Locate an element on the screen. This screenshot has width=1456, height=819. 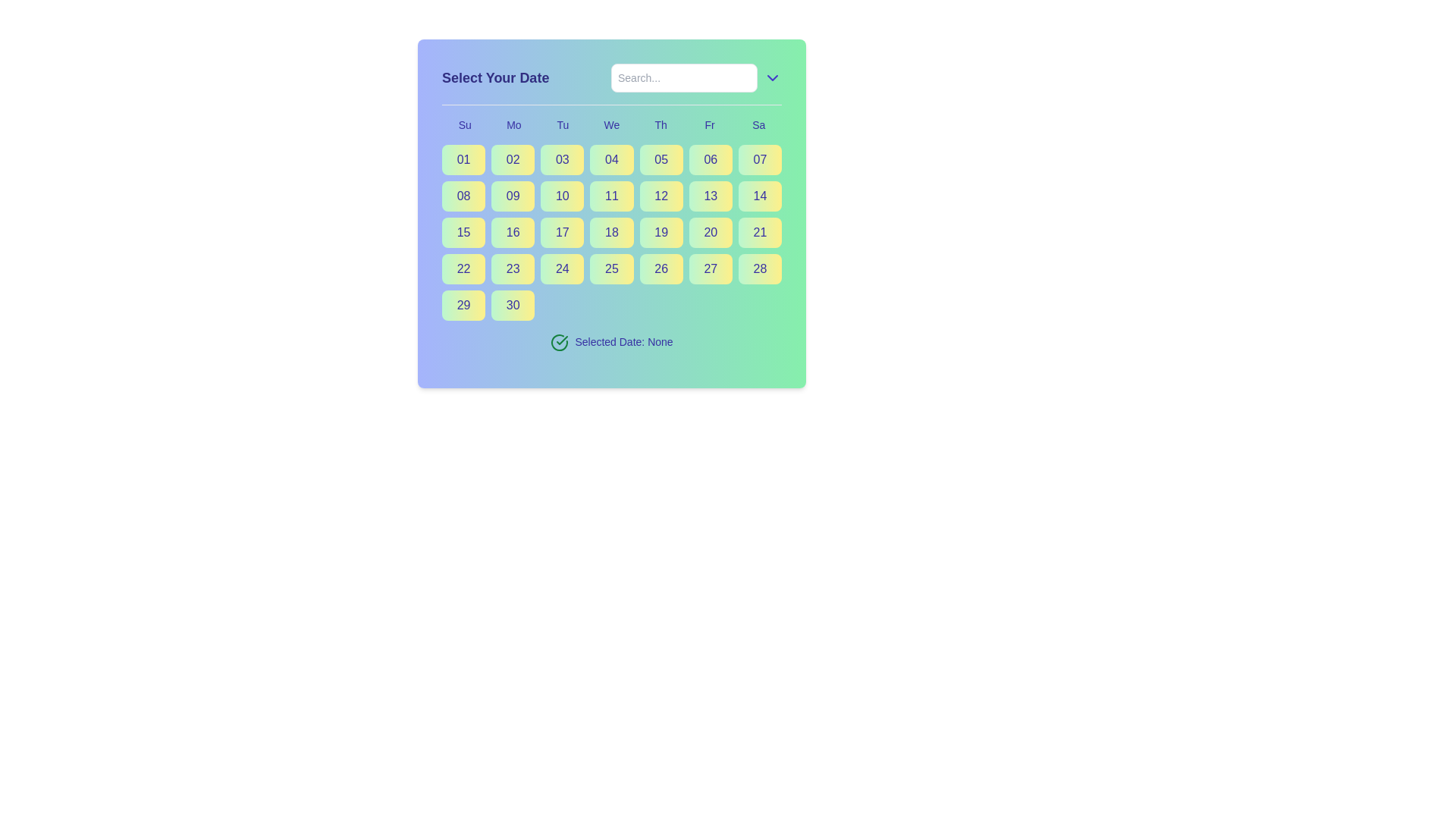
the button displaying the number '17' located in the third row and fourth column of the grid layout is located at coordinates (561, 233).